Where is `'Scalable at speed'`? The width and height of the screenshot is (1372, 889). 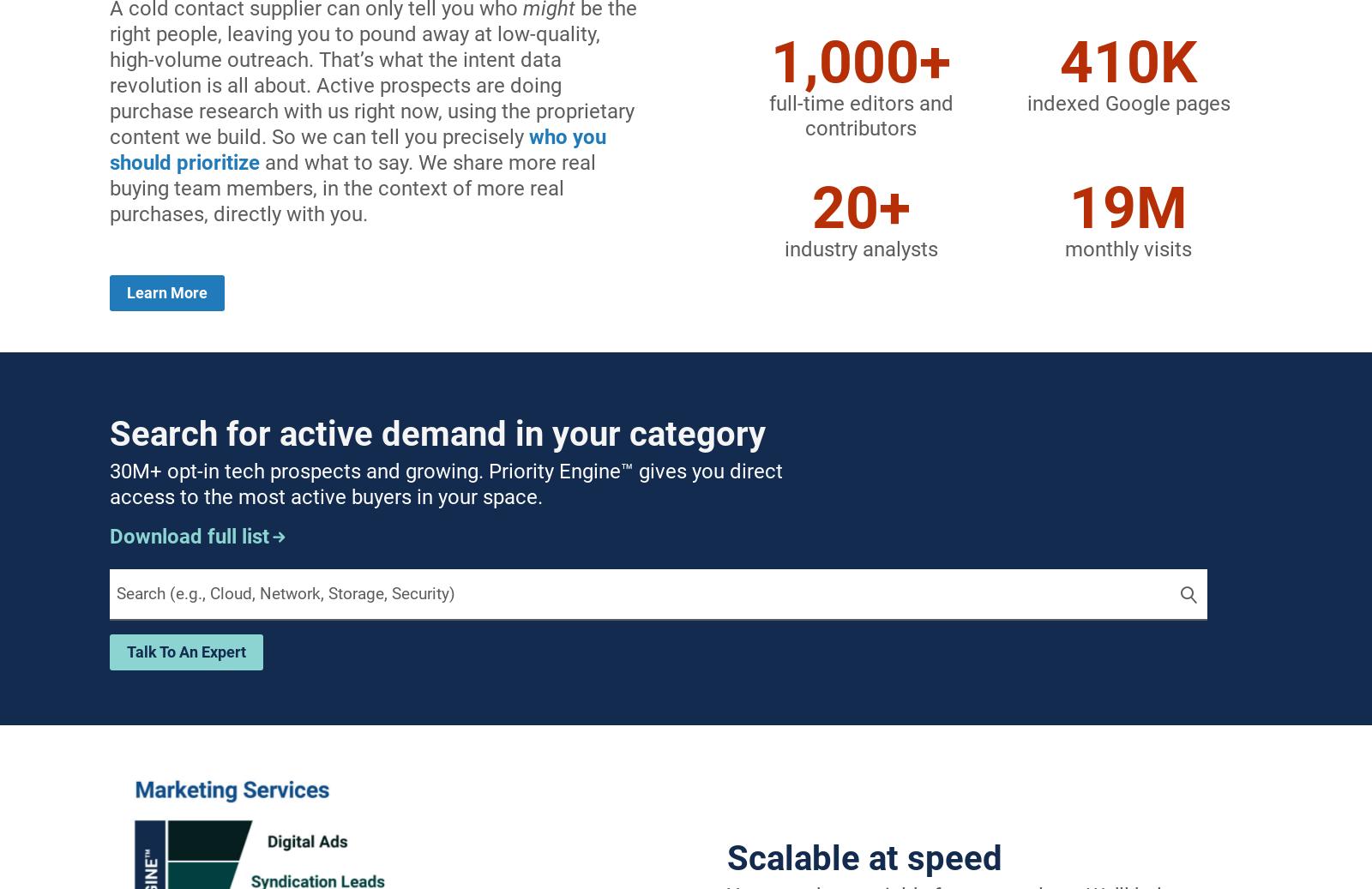 'Scalable at speed' is located at coordinates (864, 857).